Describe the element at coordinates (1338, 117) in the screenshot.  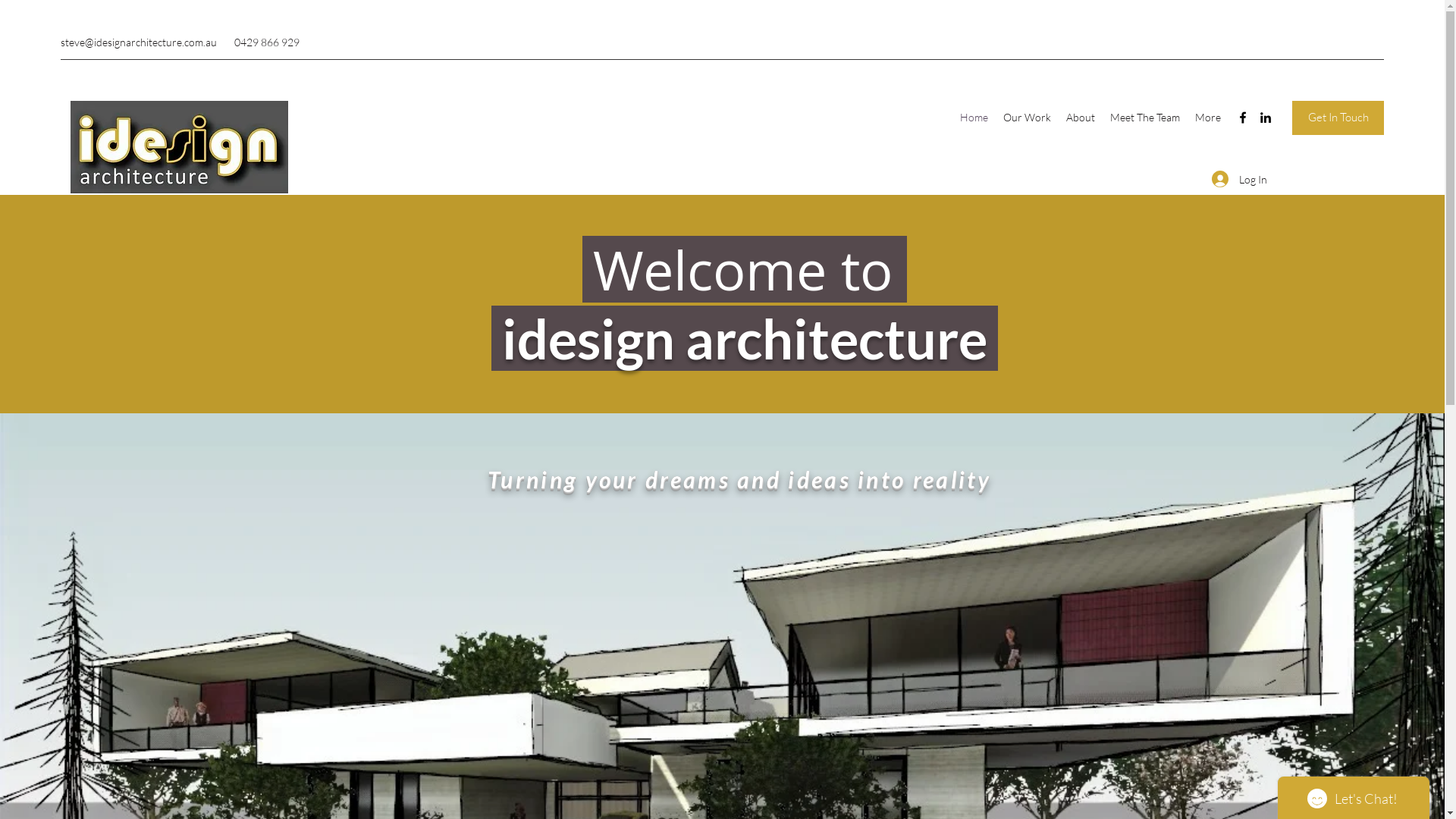
I see `'Get In Touch'` at that location.